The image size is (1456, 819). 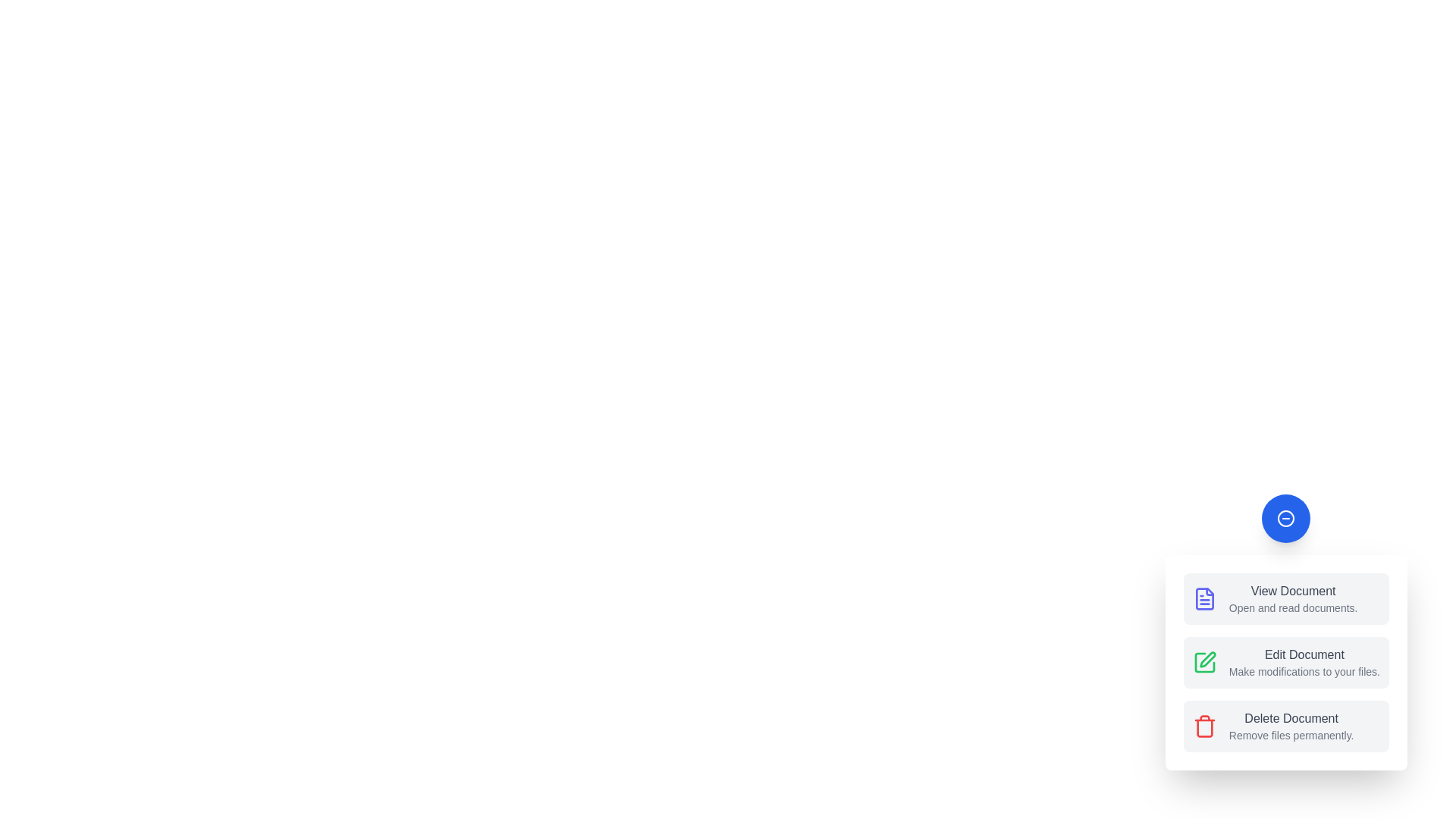 What do you see at coordinates (1285, 598) in the screenshot?
I see `the menu option View Document from the speed dial menu` at bounding box center [1285, 598].